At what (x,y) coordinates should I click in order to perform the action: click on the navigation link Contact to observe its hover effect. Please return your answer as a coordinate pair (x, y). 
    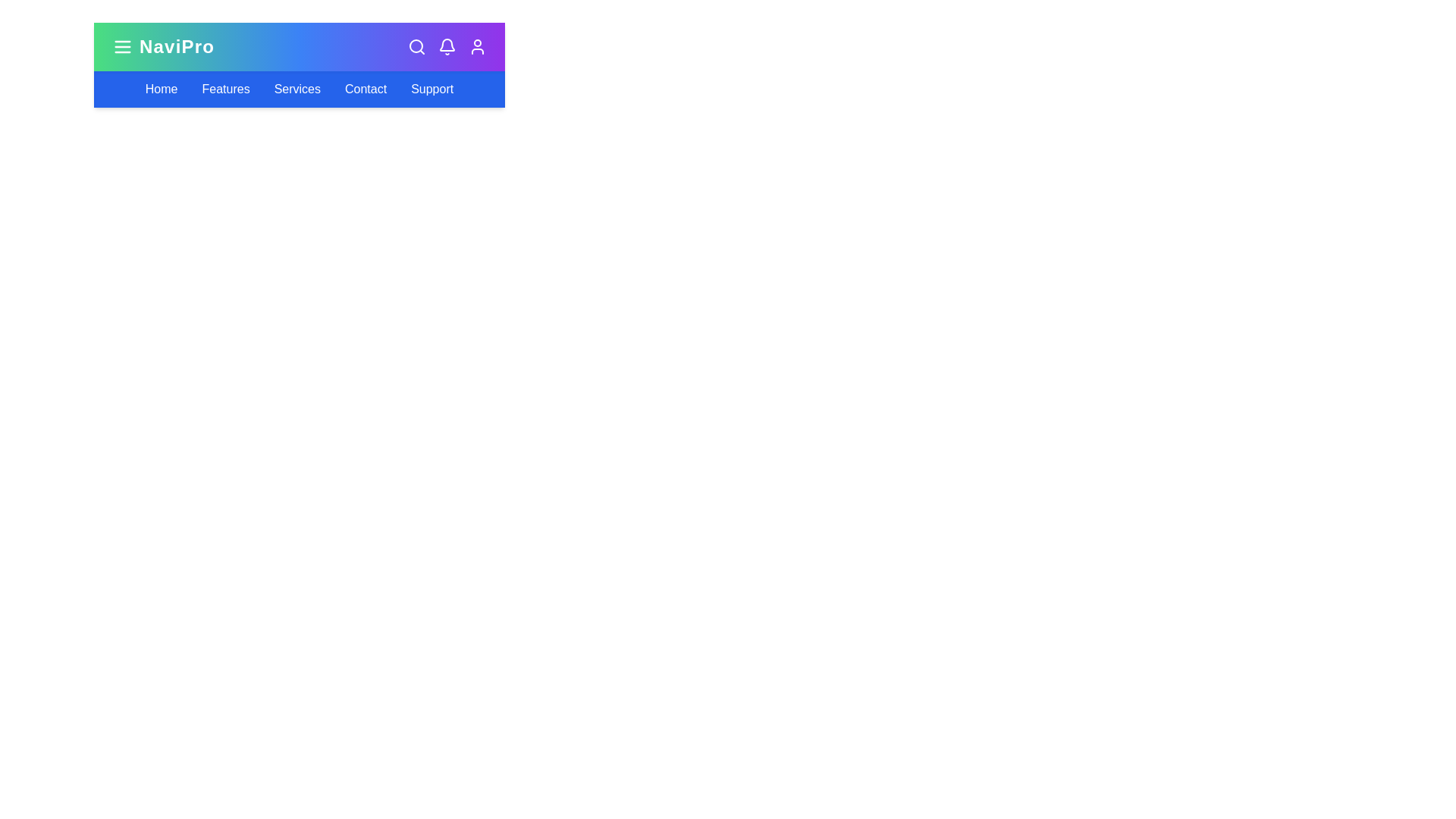
    Looking at the image, I should click on (365, 89).